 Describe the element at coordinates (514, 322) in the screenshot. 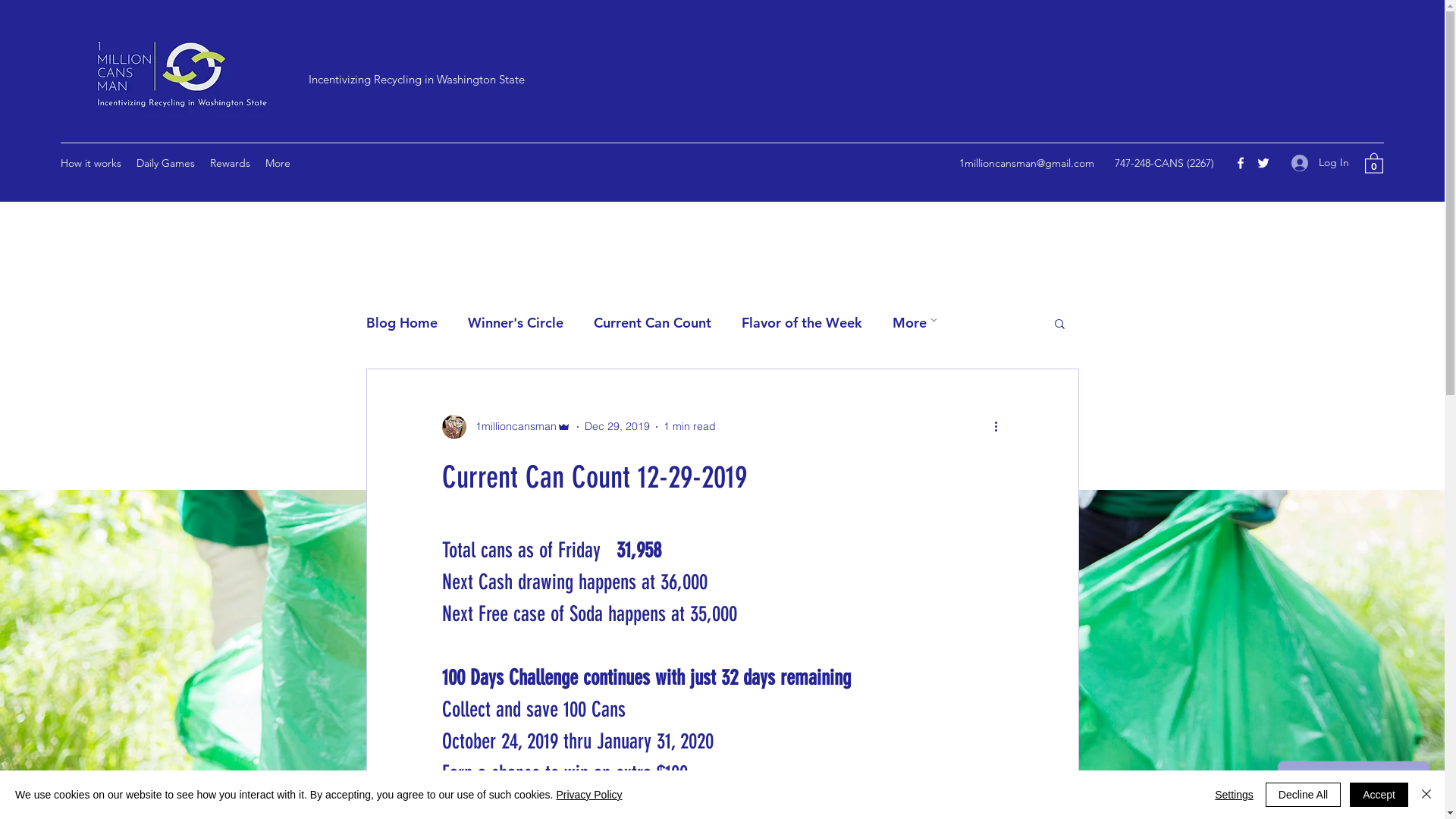

I see `'Winner's Circle'` at that location.